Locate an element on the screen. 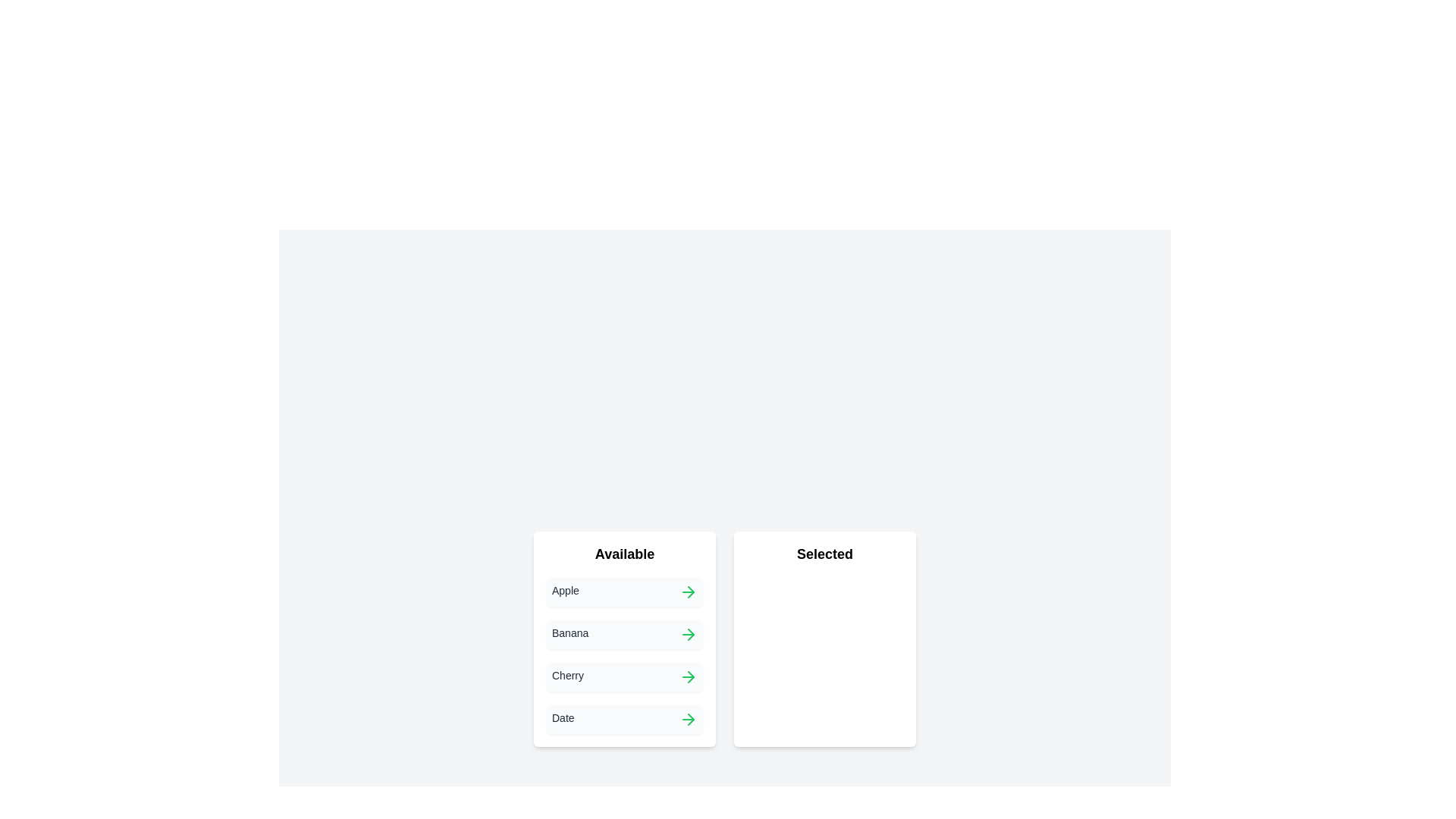 The image size is (1456, 819). the green arrow button next to the item 'Banana' in the 'Available' list to transfer it to the 'Selected' list is located at coordinates (687, 635).